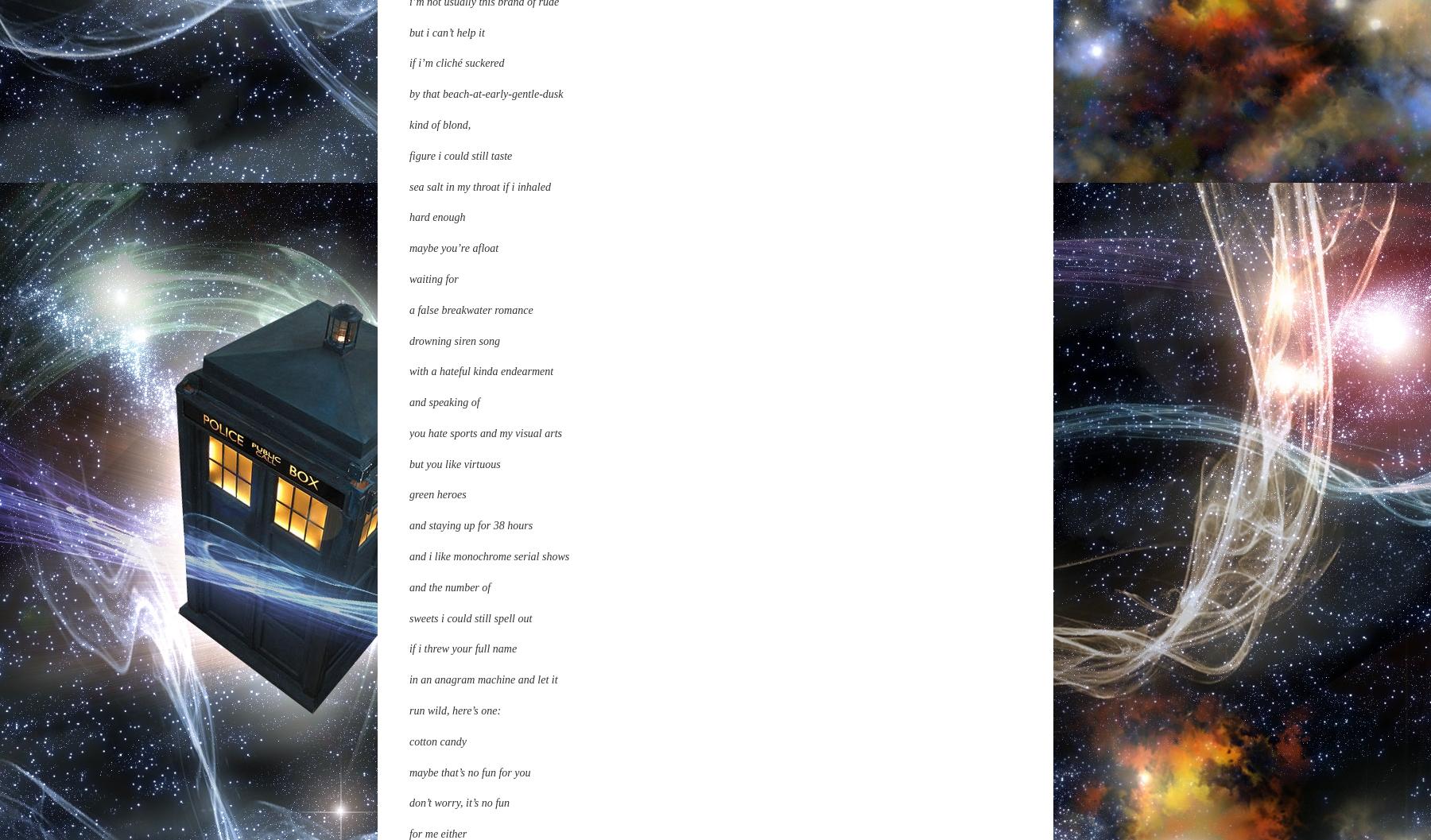  Describe the element at coordinates (459, 10) in the screenshot. I see `'June 27, 2020 · 2:31 am'` at that location.